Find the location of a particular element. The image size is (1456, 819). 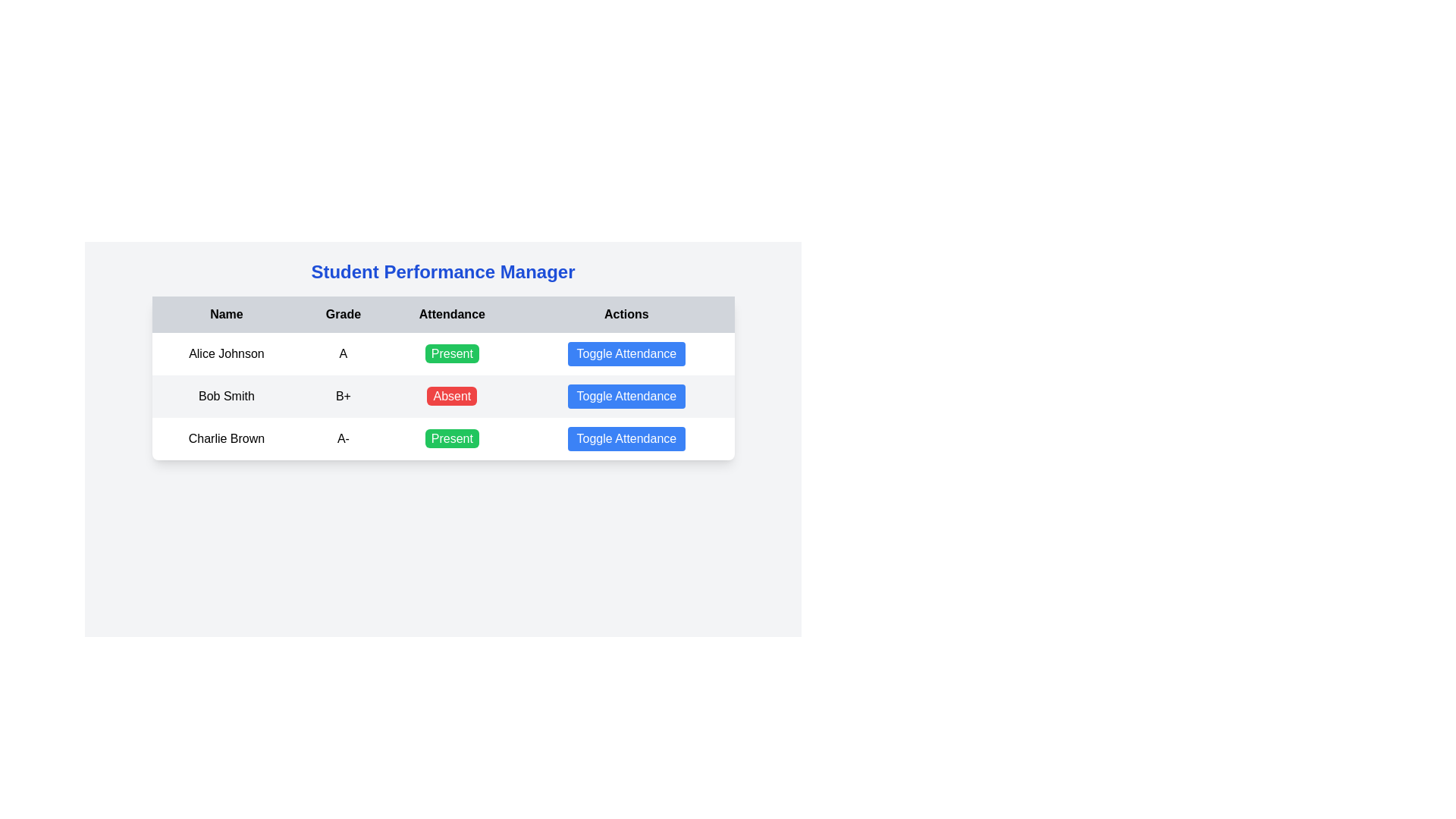

information displayed in the table row for 'Bob Smith', which includes the grade 'B+', attendance status 'Absent' highlighted in red, and the blue button labeled 'Toggle Attendance' is located at coordinates (442, 396).